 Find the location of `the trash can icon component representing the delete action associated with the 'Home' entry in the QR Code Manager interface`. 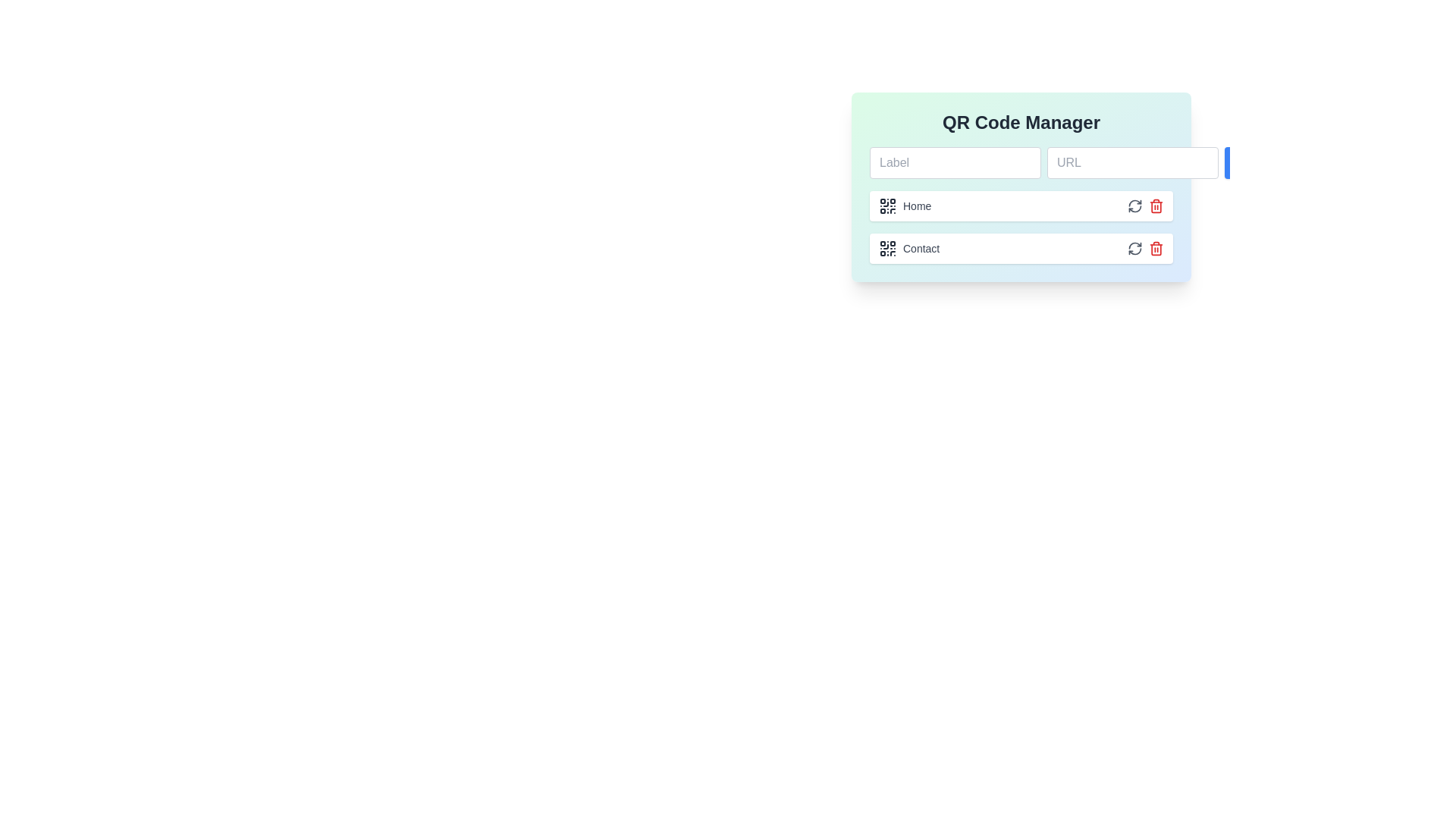

the trash can icon component representing the delete action associated with the 'Home' entry in the QR Code Manager interface is located at coordinates (1156, 248).